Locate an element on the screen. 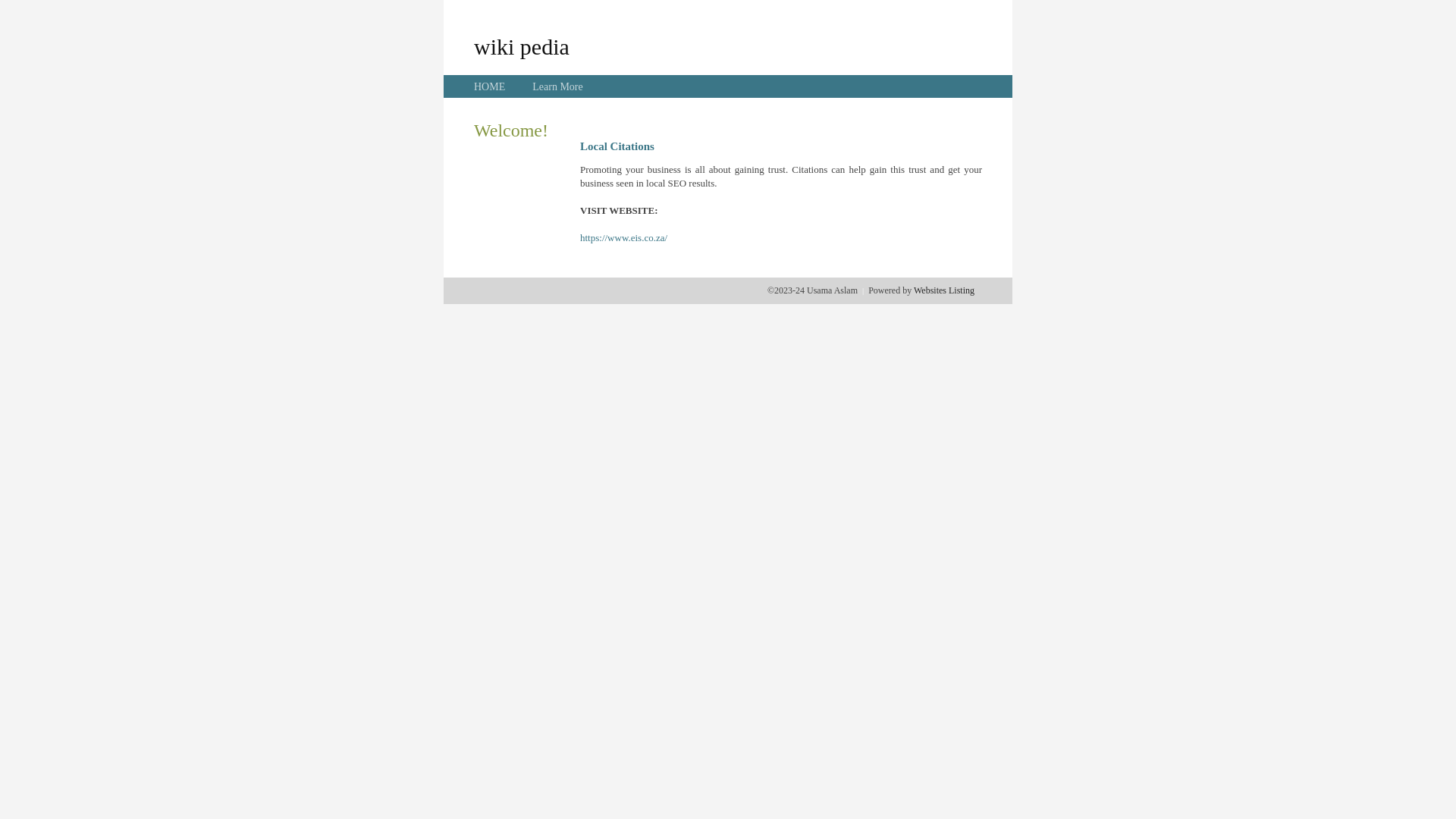 The width and height of the screenshot is (1456, 819). 'Learn More' is located at coordinates (556, 86).